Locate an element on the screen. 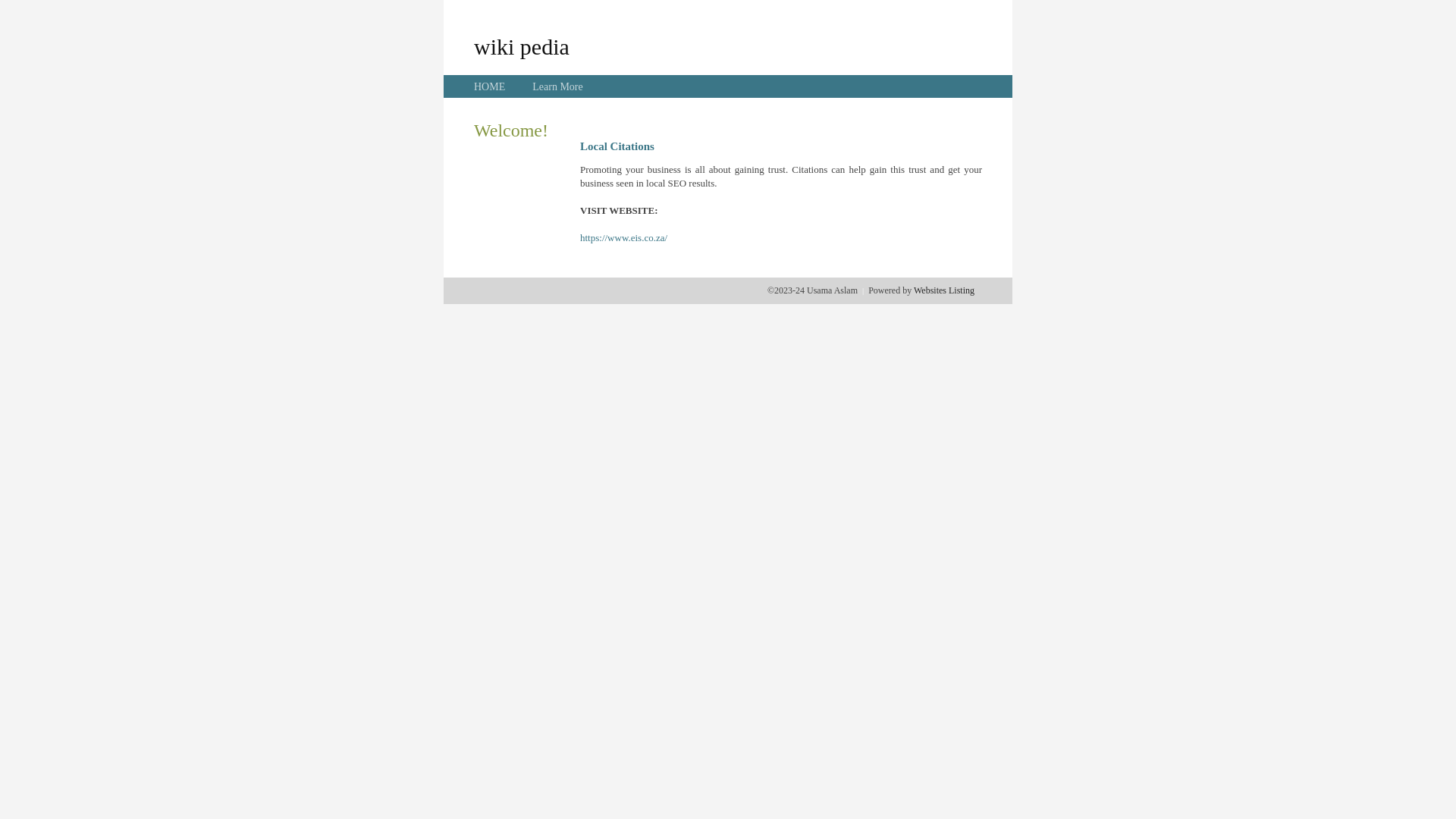 The width and height of the screenshot is (1456, 819). 'Learn More' is located at coordinates (556, 86).